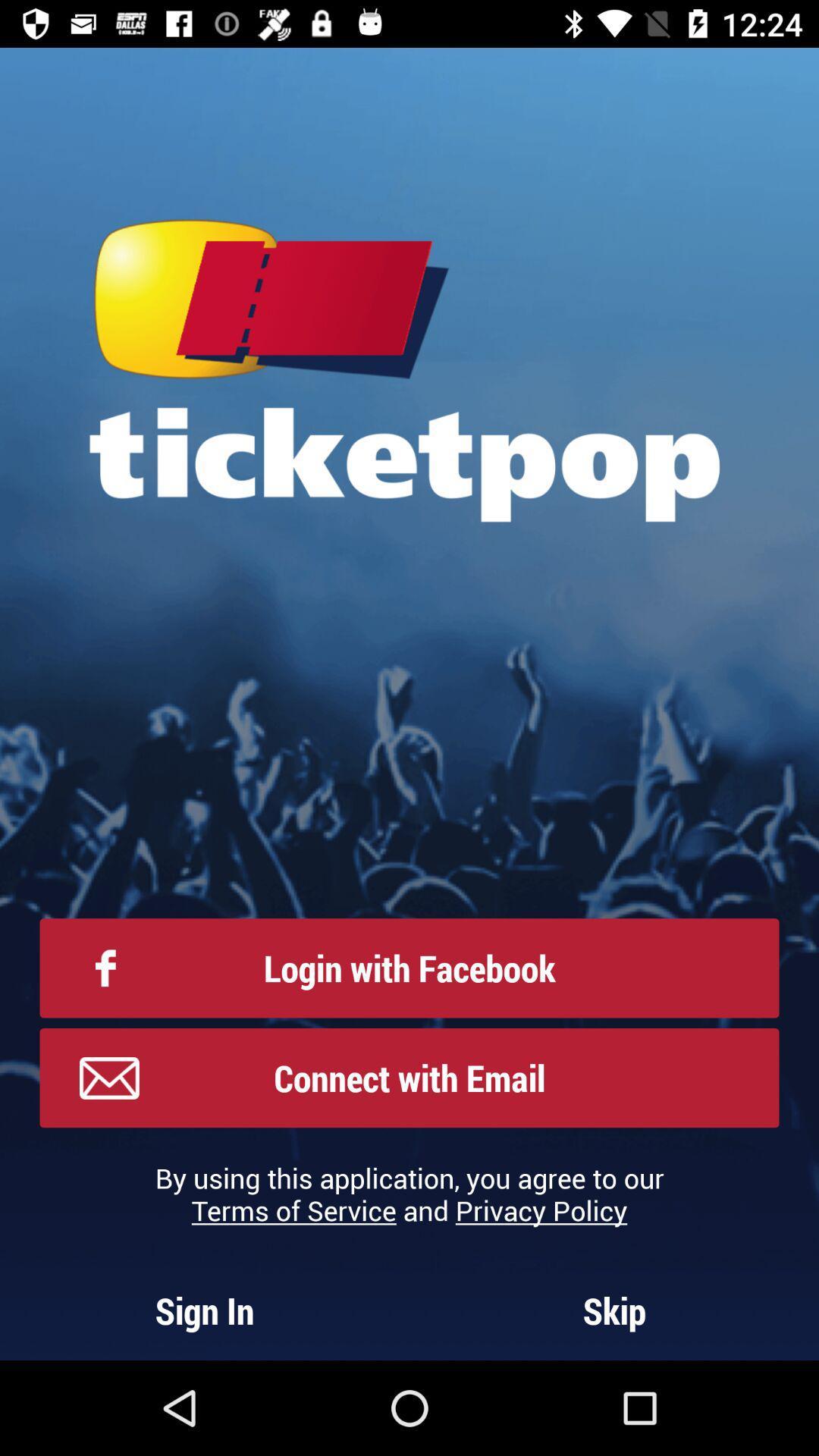  What do you see at coordinates (205, 1310) in the screenshot?
I see `the icon to the left of skip item` at bounding box center [205, 1310].